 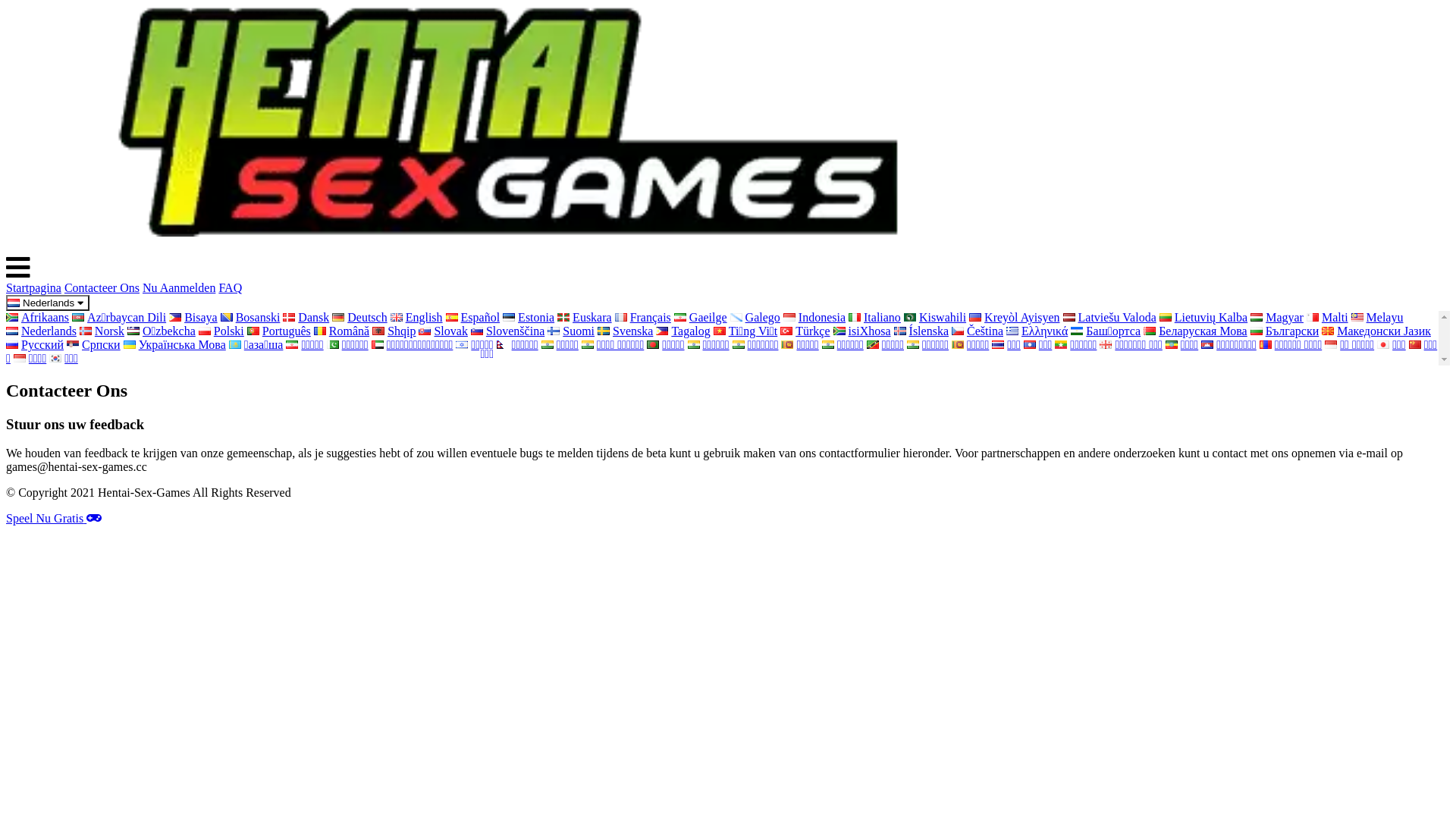 I want to click on 'FAQ', so click(x=229, y=287).